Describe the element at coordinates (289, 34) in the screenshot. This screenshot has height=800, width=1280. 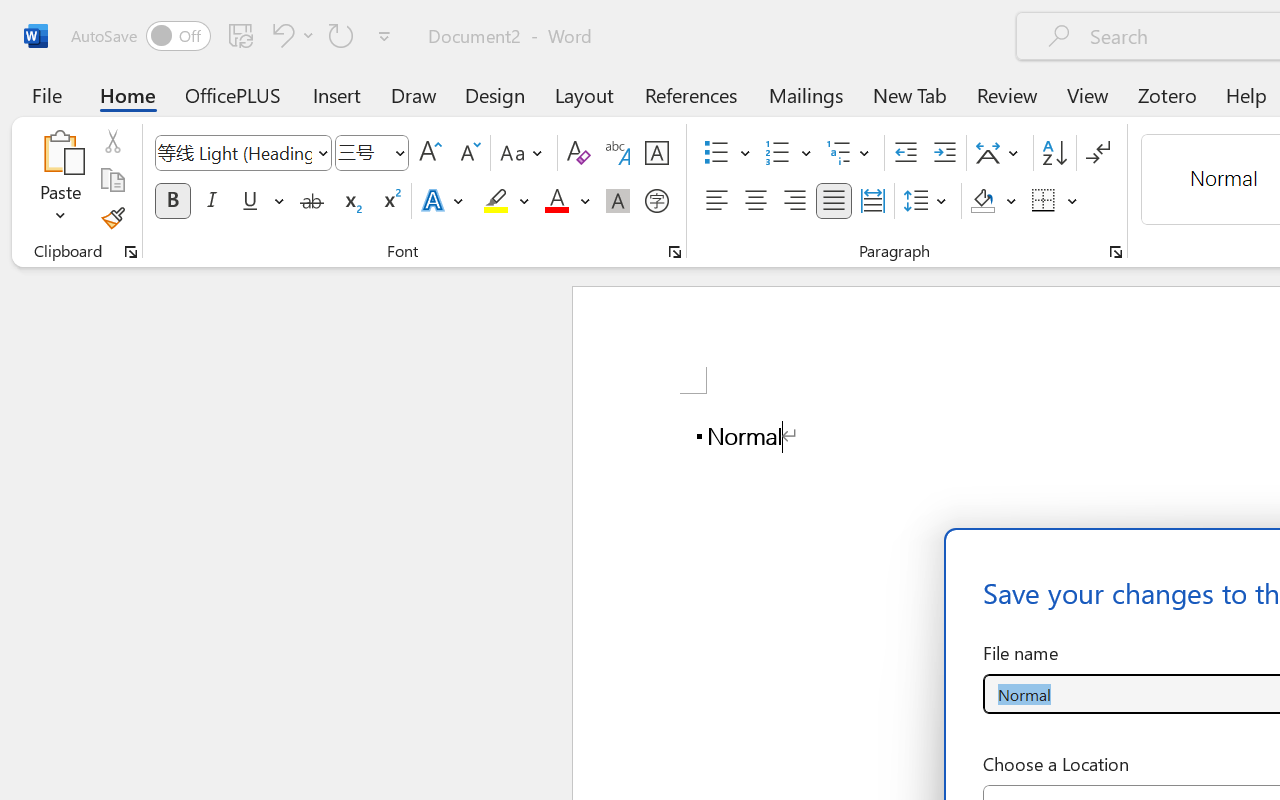
I see `'Undo Typing'` at that location.